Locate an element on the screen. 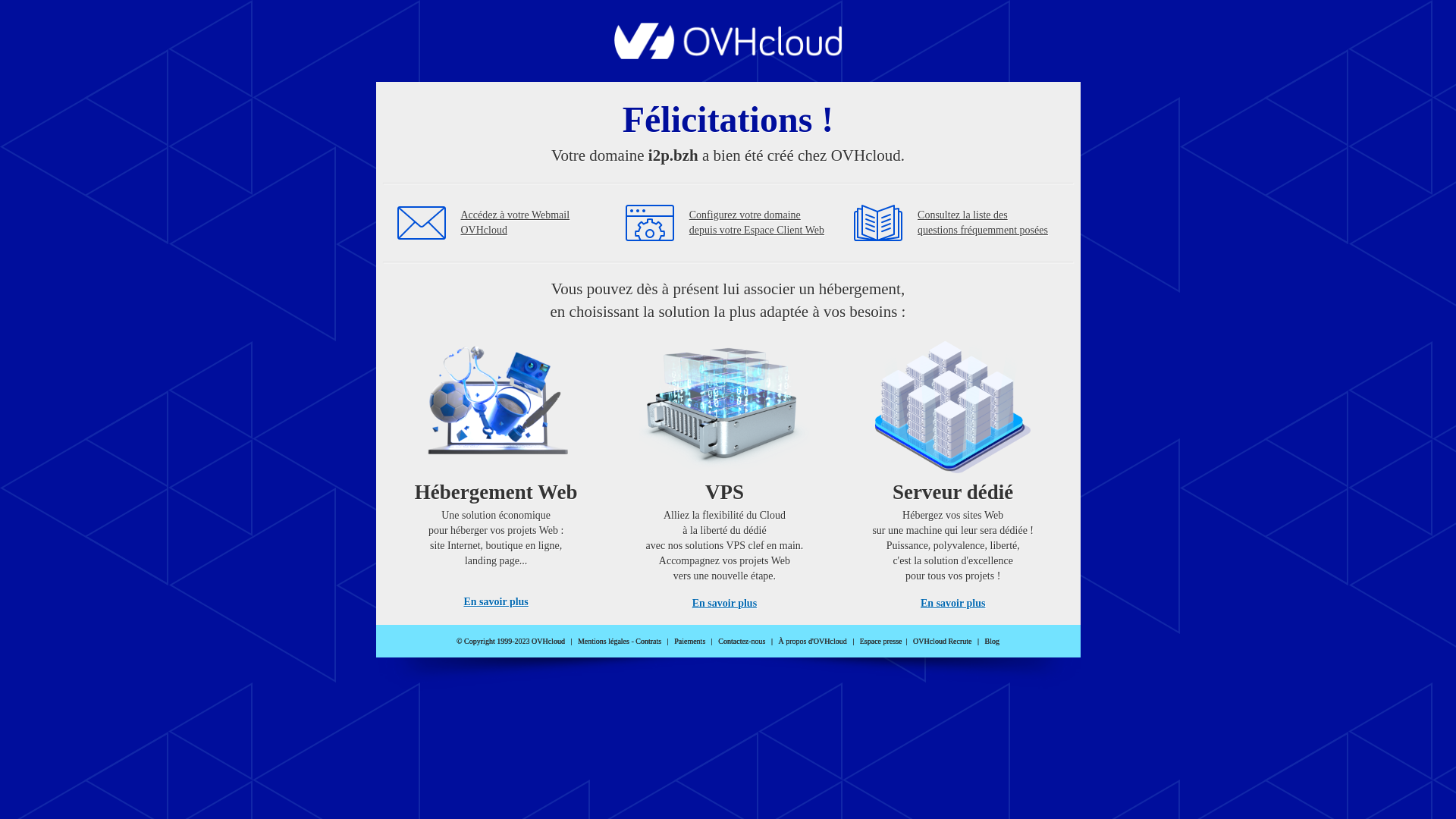 The height and width of the screenshot is (819, 1456). 'En savoir plus' is located at coordinates (495, 601).